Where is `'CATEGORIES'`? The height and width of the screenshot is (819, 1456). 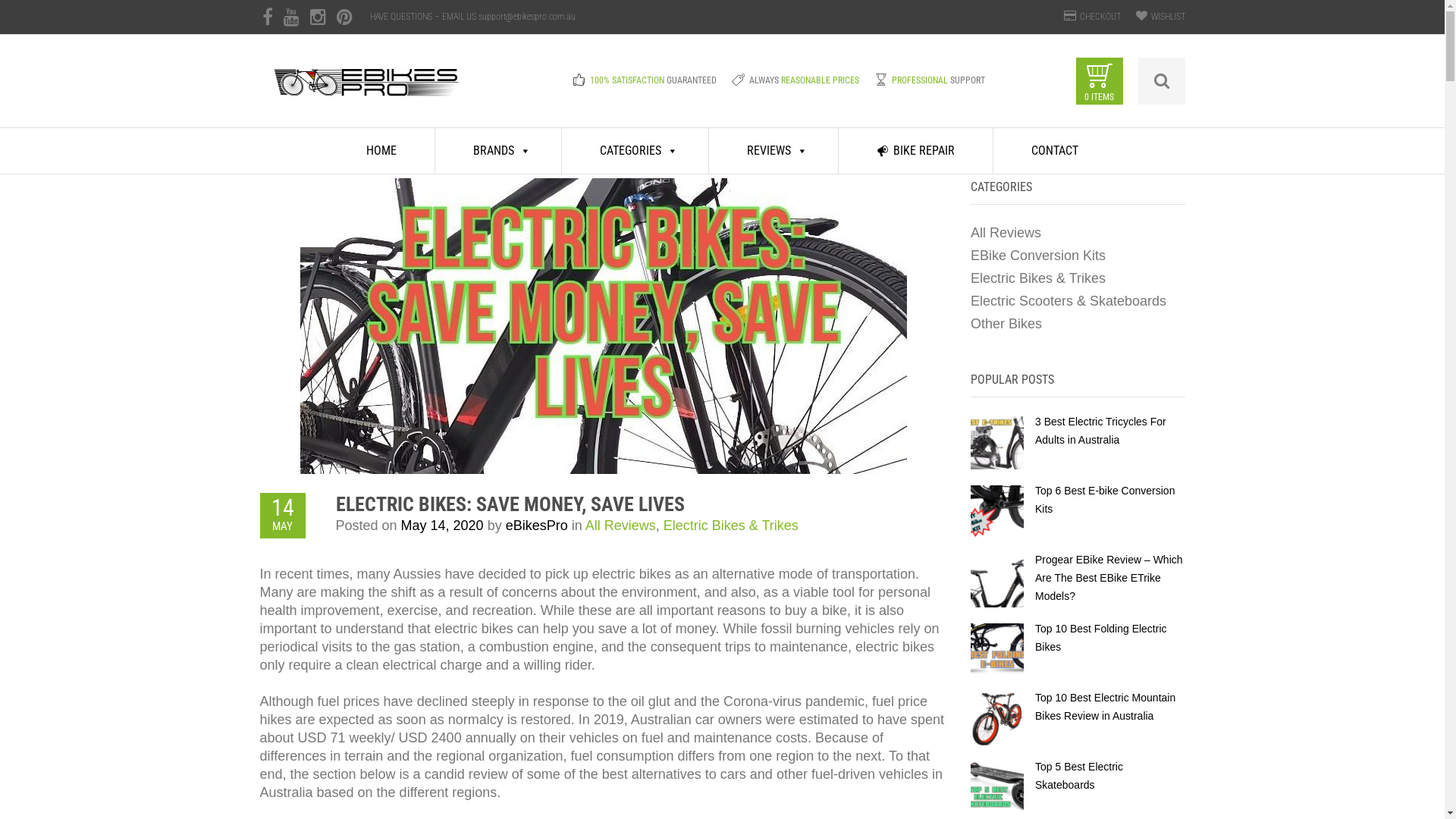
'CATEGORIES' is located at coordinates (560, 151).